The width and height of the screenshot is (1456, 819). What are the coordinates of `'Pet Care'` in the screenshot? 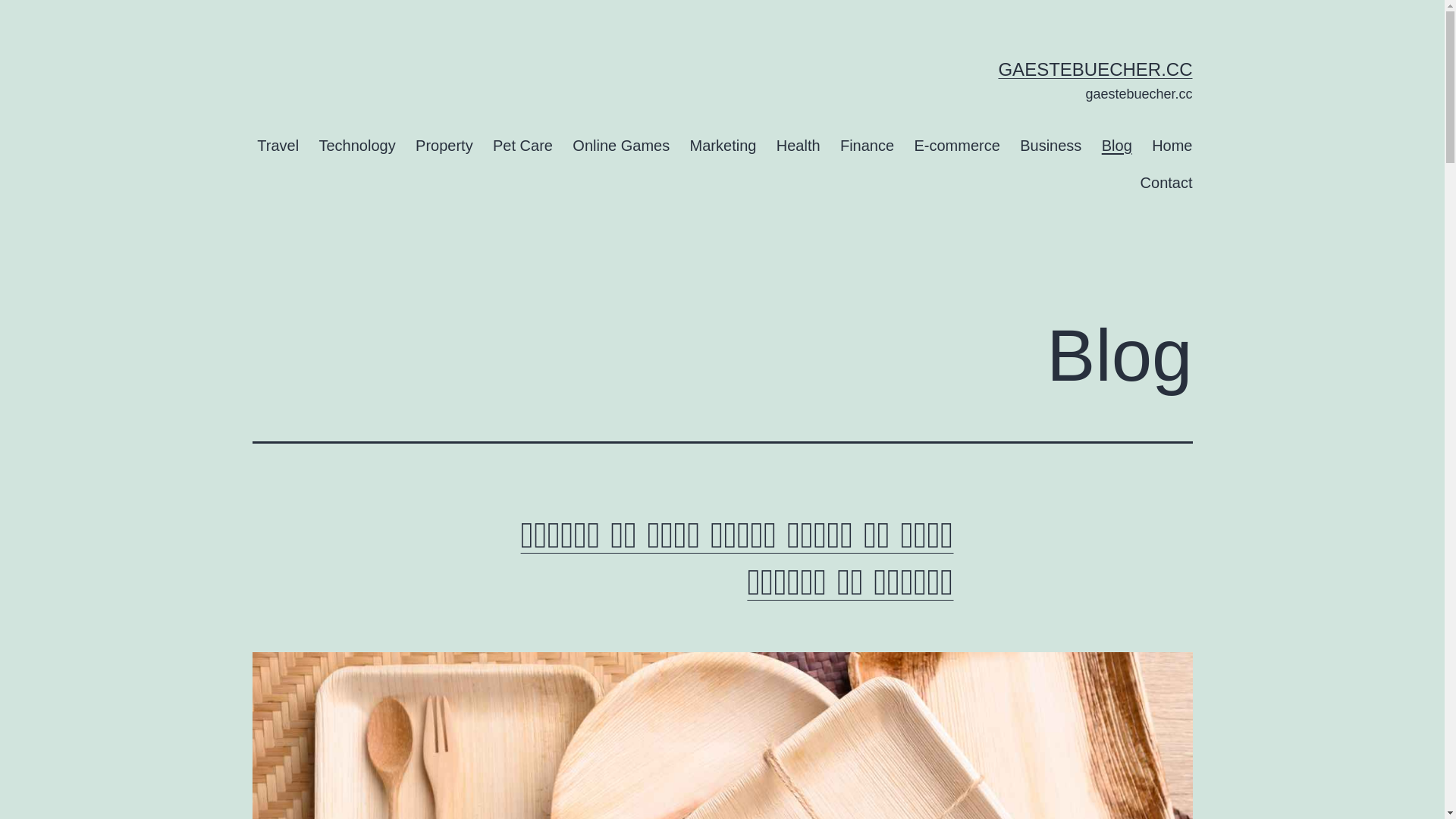 It's located at (522, 145).